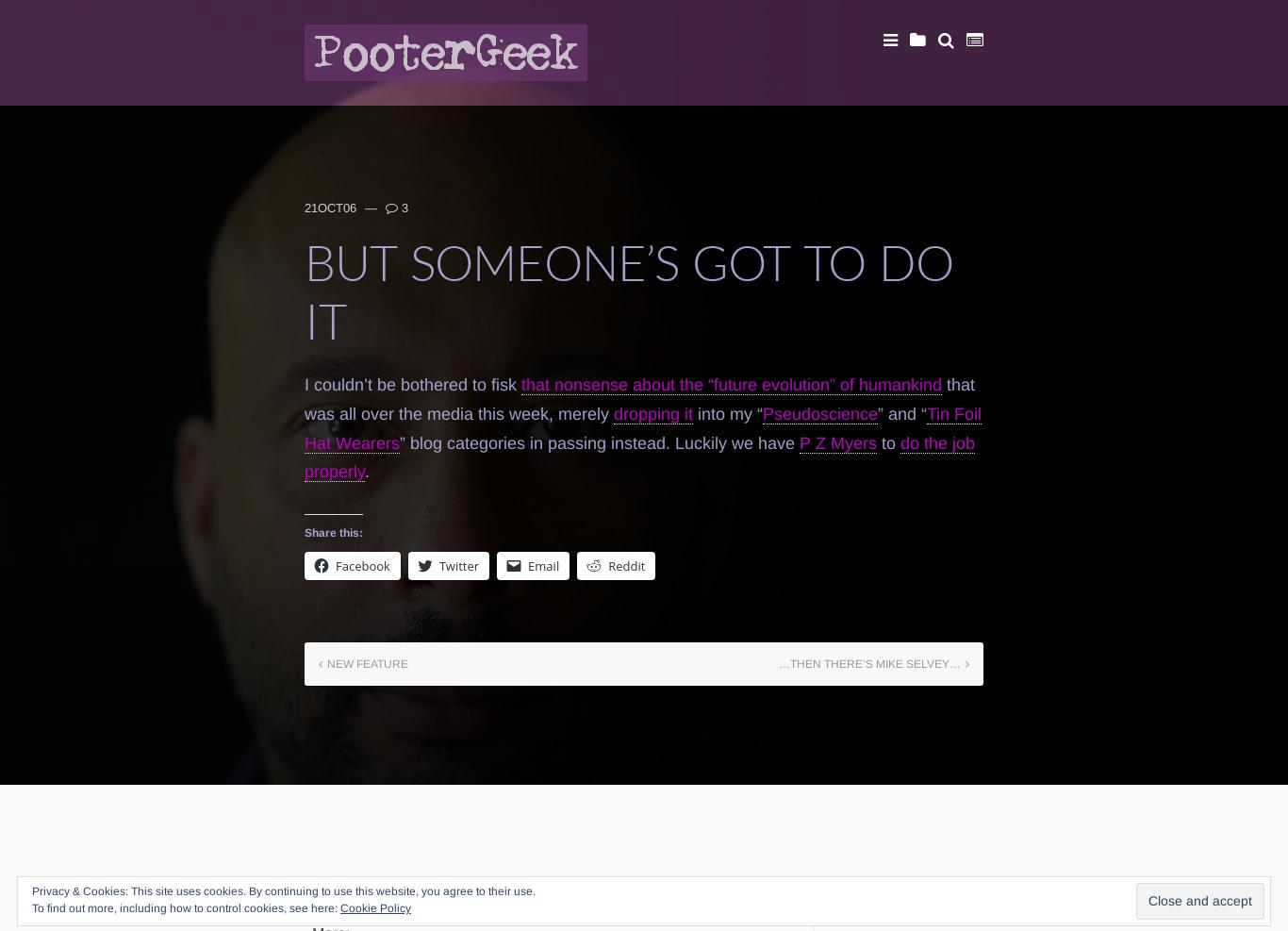 The width and height of the screenshot is (1288, 931). What do you see at coordinates (438, 564) in the screenshot?
I see `'Twitter'` at bounding box center [438, 564].